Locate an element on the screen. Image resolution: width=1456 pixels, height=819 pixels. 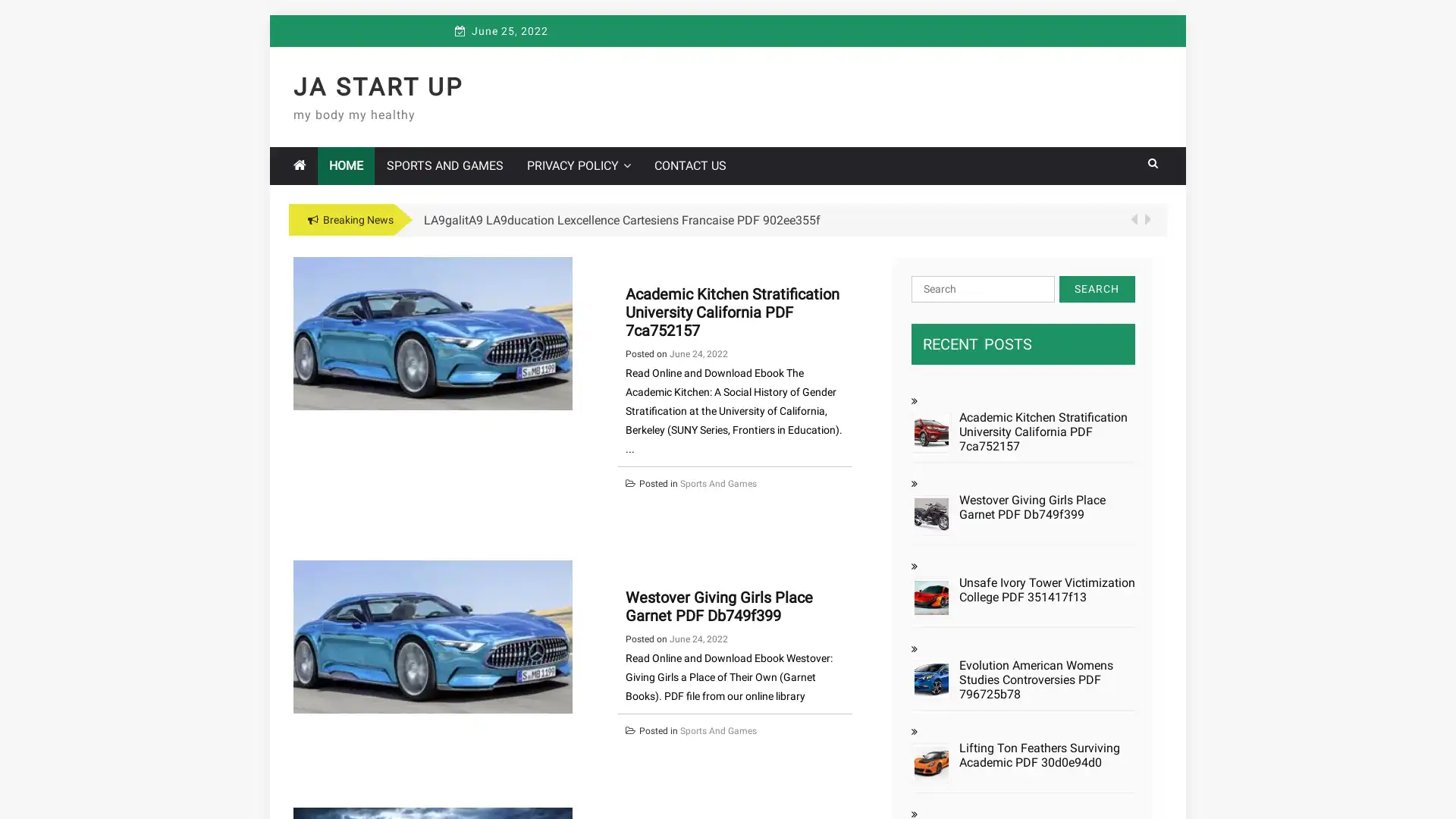
Search is located at coordinates (1096, 288).